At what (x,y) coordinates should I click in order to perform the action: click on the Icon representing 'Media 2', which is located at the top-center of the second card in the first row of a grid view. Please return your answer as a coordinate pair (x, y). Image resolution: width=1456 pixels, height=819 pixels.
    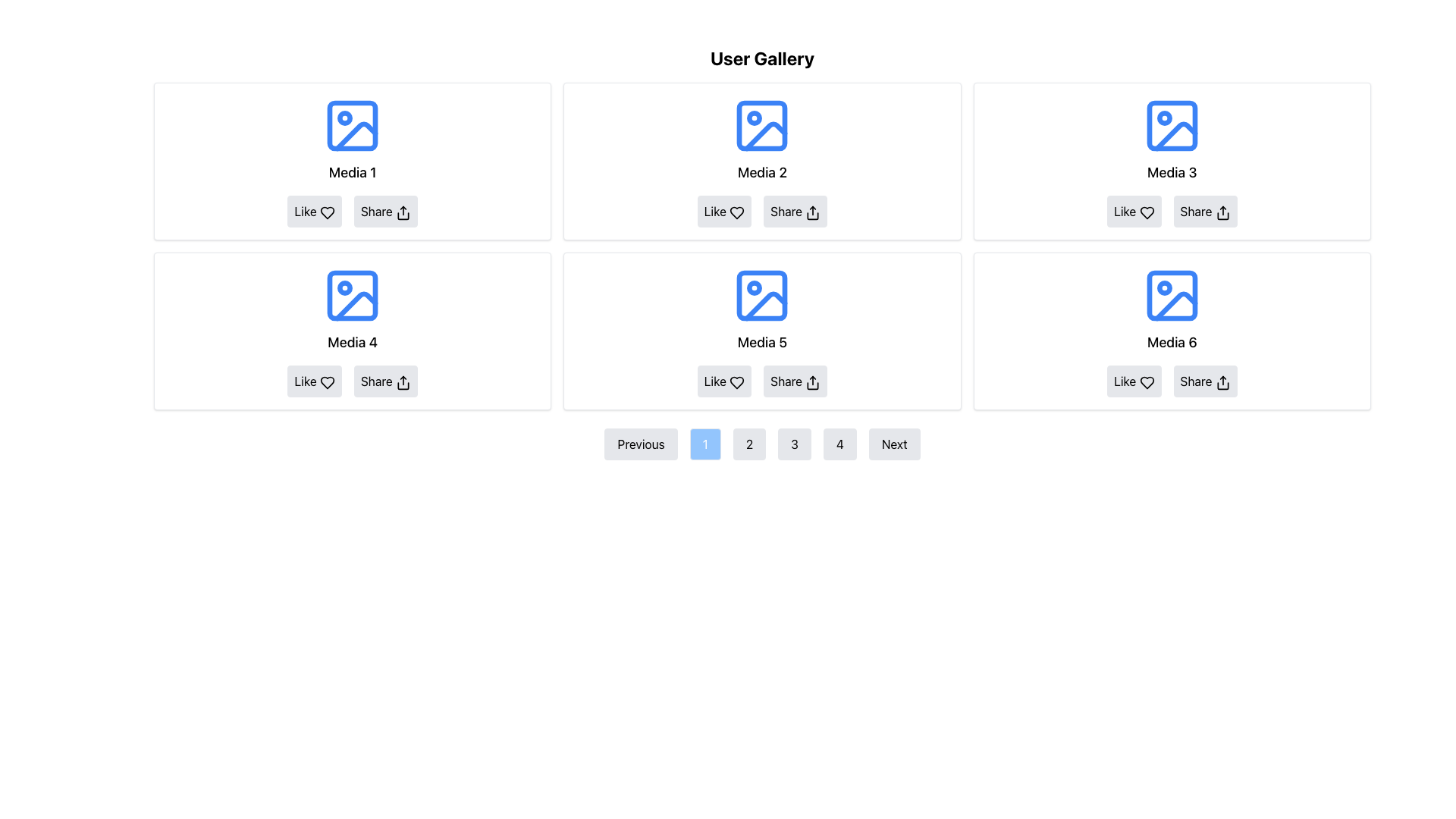
    Looking at the image, I should click on (762, 124).